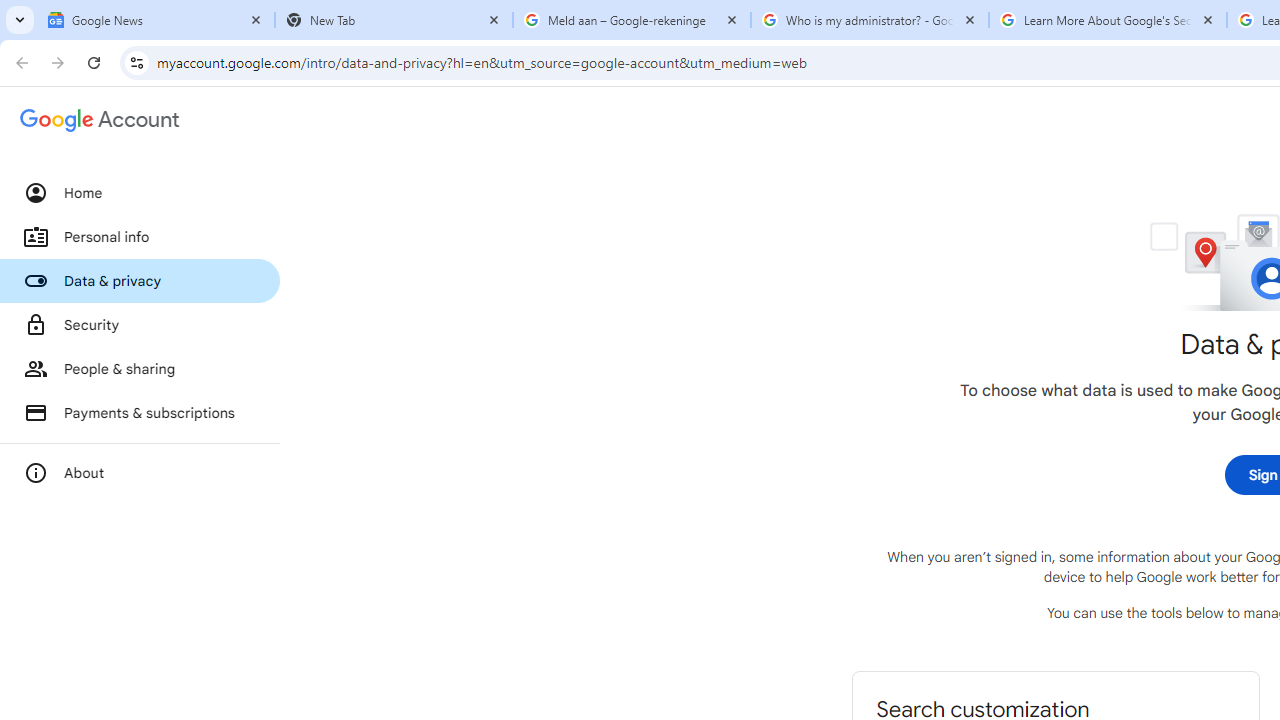  I want to click on 'Google News', so click(155, 20).